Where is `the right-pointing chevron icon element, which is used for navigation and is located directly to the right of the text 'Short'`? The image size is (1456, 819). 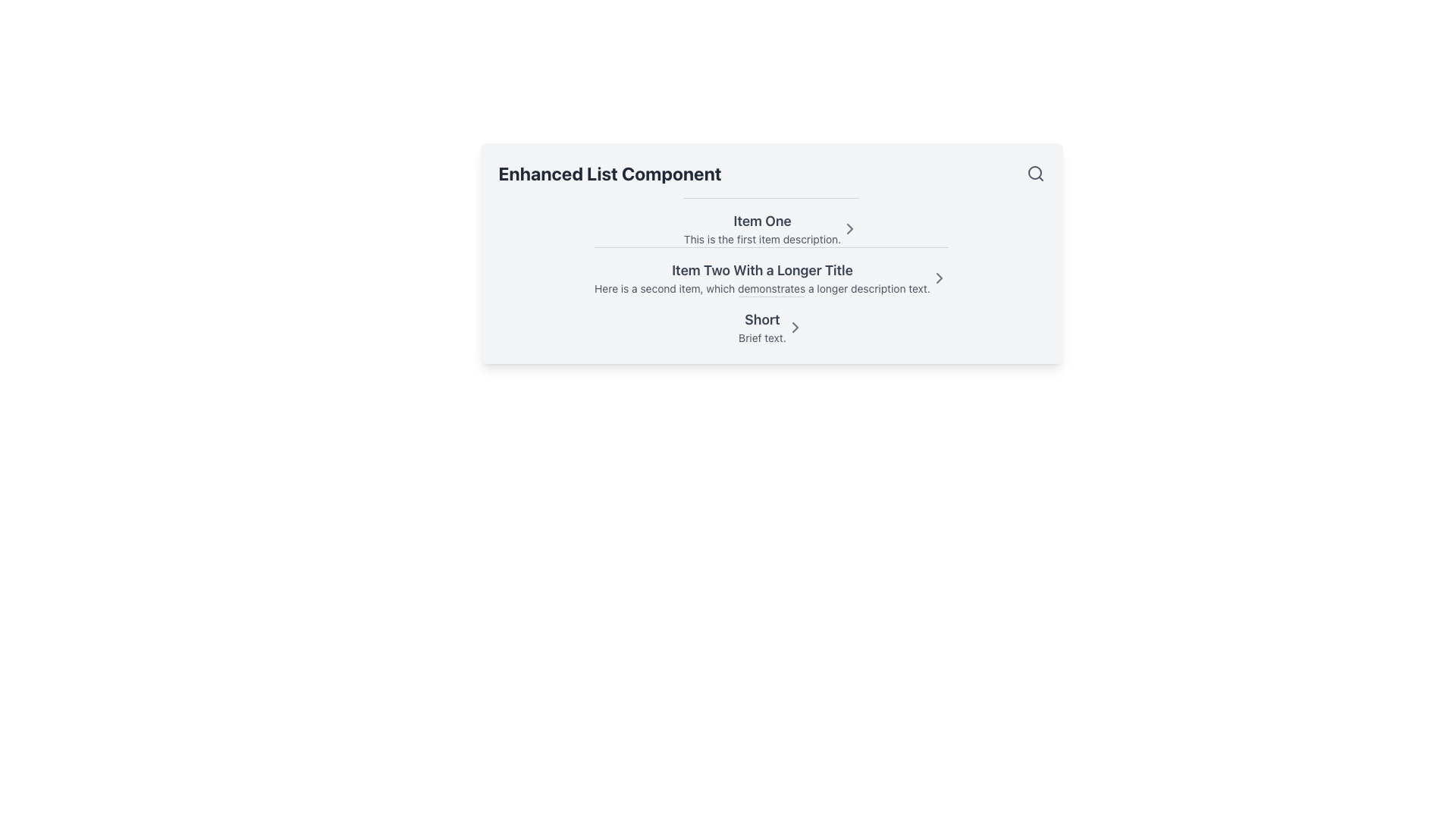 the right-pointing chevron icon element, which is used for navigation and is located directly to the right of the text 'Short' is located at coordinates (794, 327).